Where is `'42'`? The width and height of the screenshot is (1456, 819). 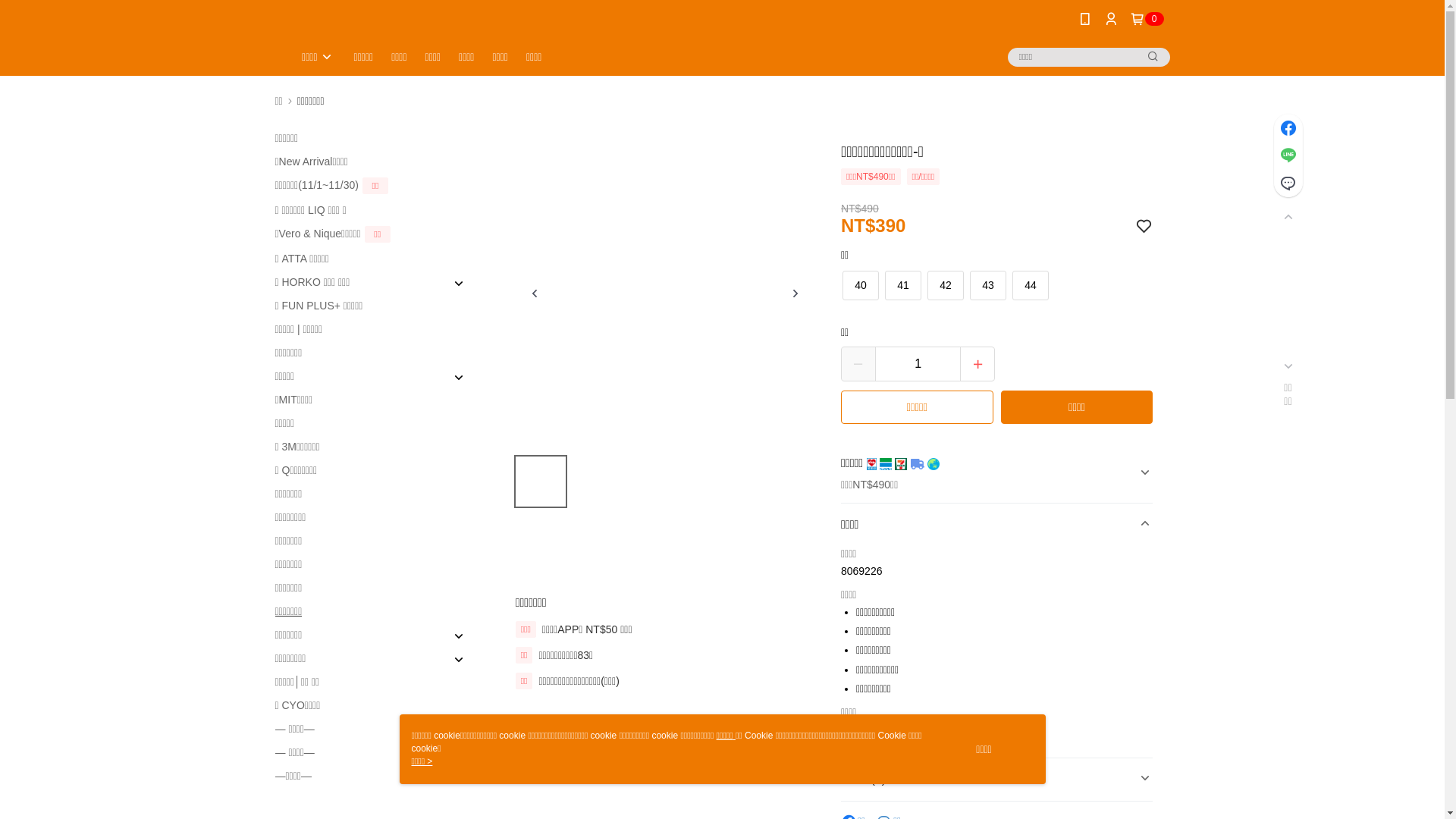 '42' is located at coordinates (945, 285).